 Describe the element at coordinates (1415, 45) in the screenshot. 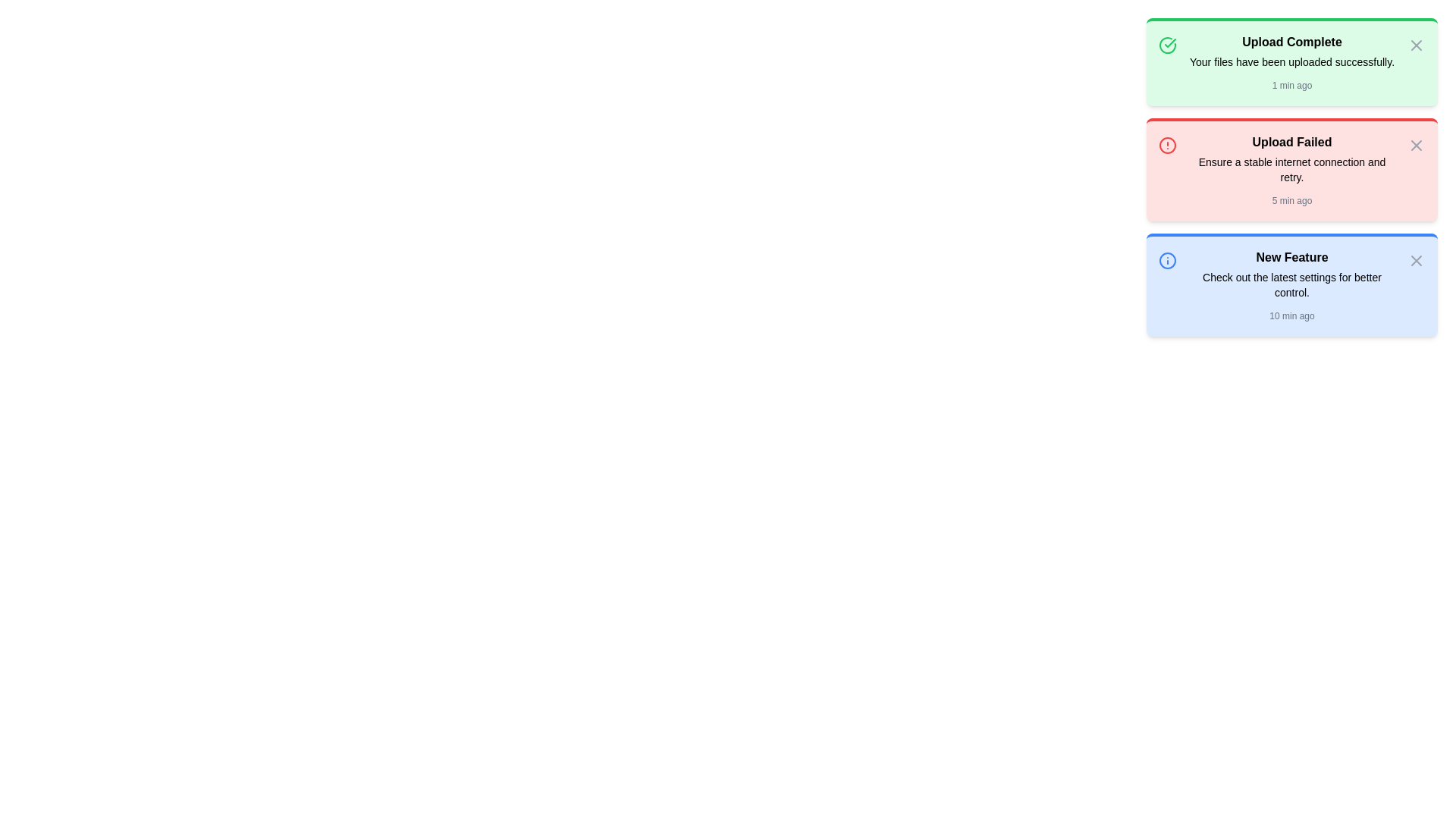

I see `the close button icon located at the top-right corner of the 'Upload Complete' notification bar` at that location.